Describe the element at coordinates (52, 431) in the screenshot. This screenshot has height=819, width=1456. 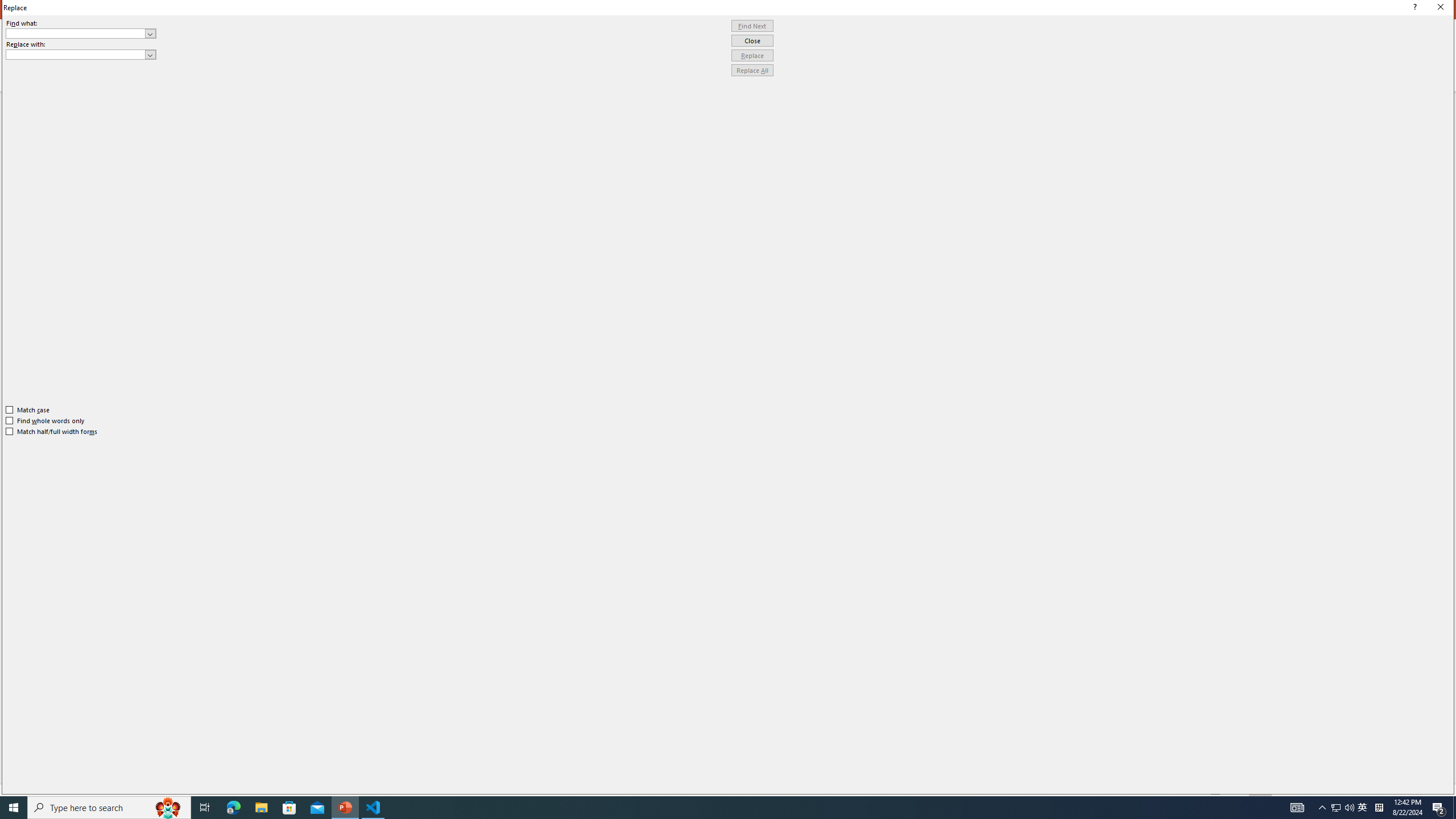
I see `'Match half/full width forms'` at that location.